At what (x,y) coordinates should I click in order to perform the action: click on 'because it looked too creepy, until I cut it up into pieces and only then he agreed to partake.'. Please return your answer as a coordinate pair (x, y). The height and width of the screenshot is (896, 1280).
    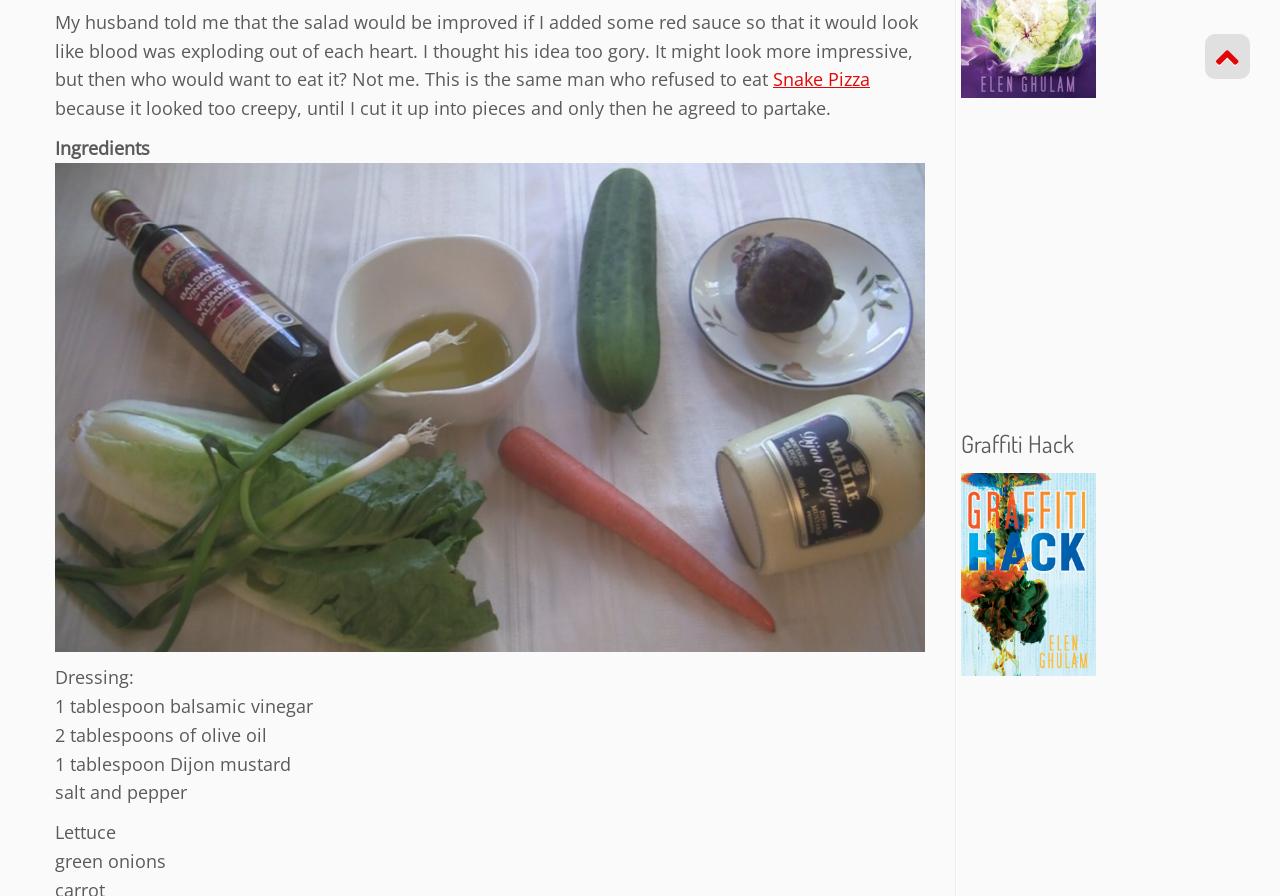
    Looking at the image, I should click on (442, 107).